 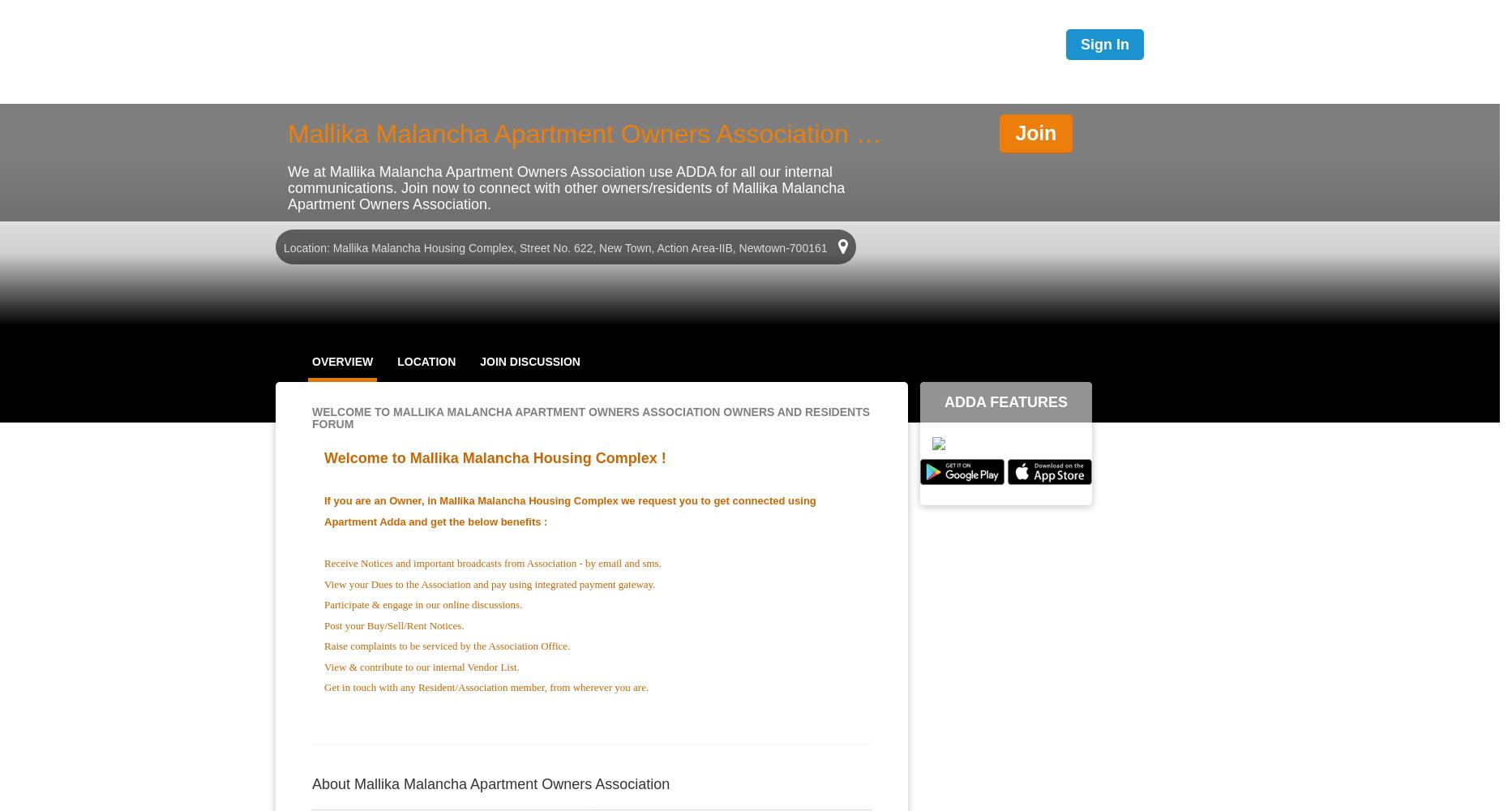 I want to click on 'Welcome to Mallika Malancha Housing Complex !', so click(x=494, y=457).